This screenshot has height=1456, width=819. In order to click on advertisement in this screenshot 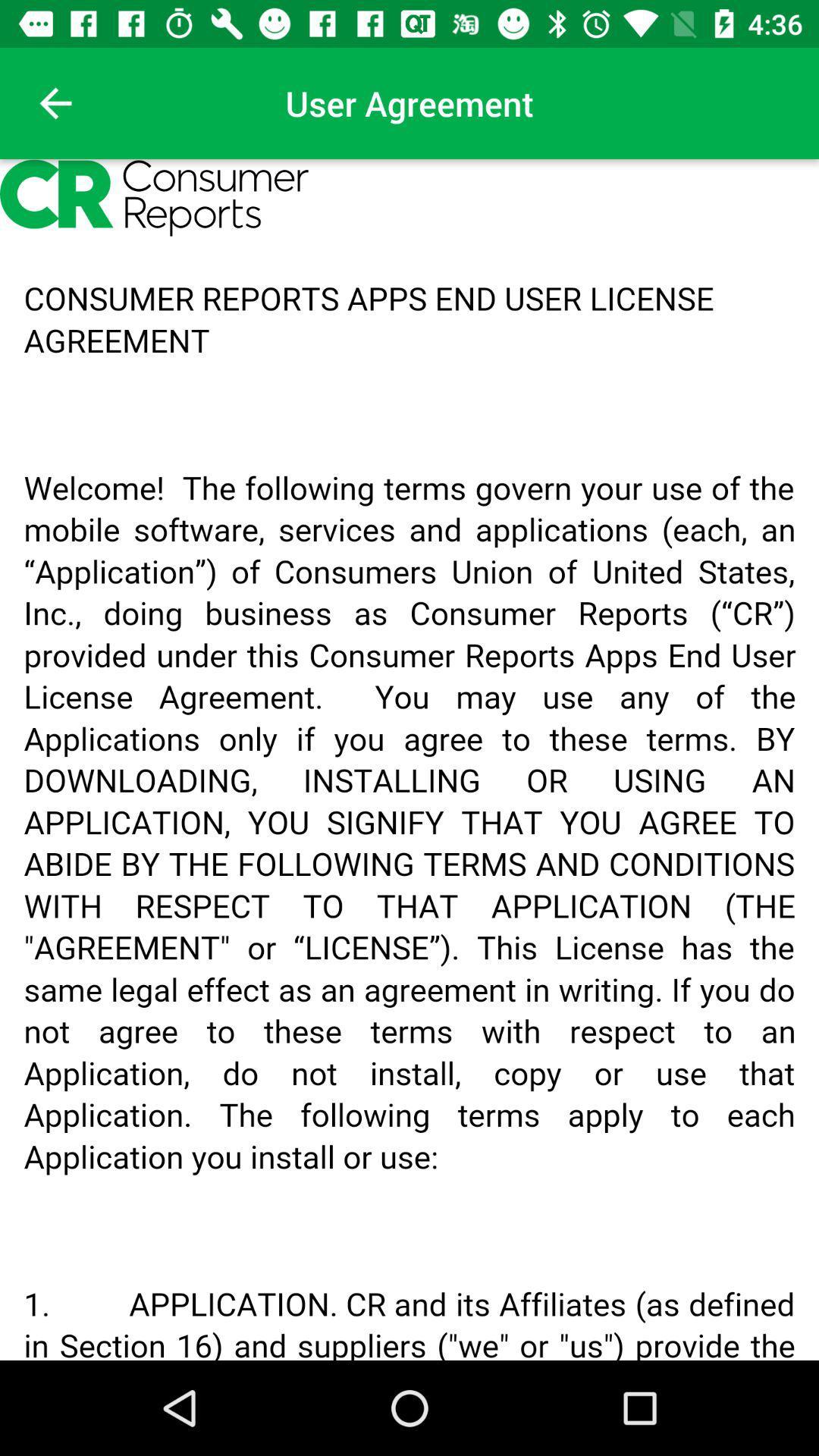, I will do `click(409, 760)`.